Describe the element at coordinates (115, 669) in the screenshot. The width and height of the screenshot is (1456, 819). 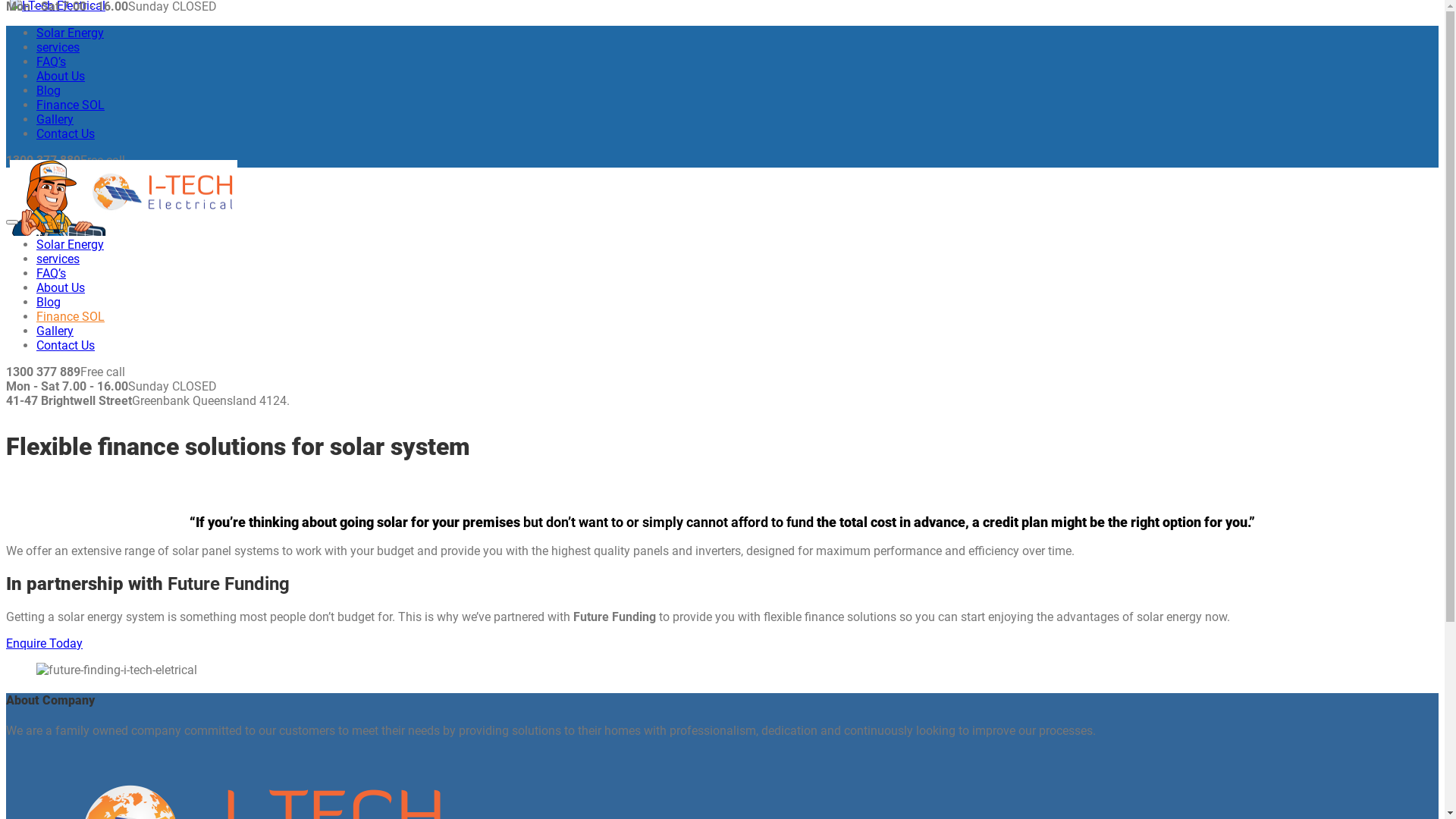
I see `'future-finding-i-tech-eletrical'` at that location.